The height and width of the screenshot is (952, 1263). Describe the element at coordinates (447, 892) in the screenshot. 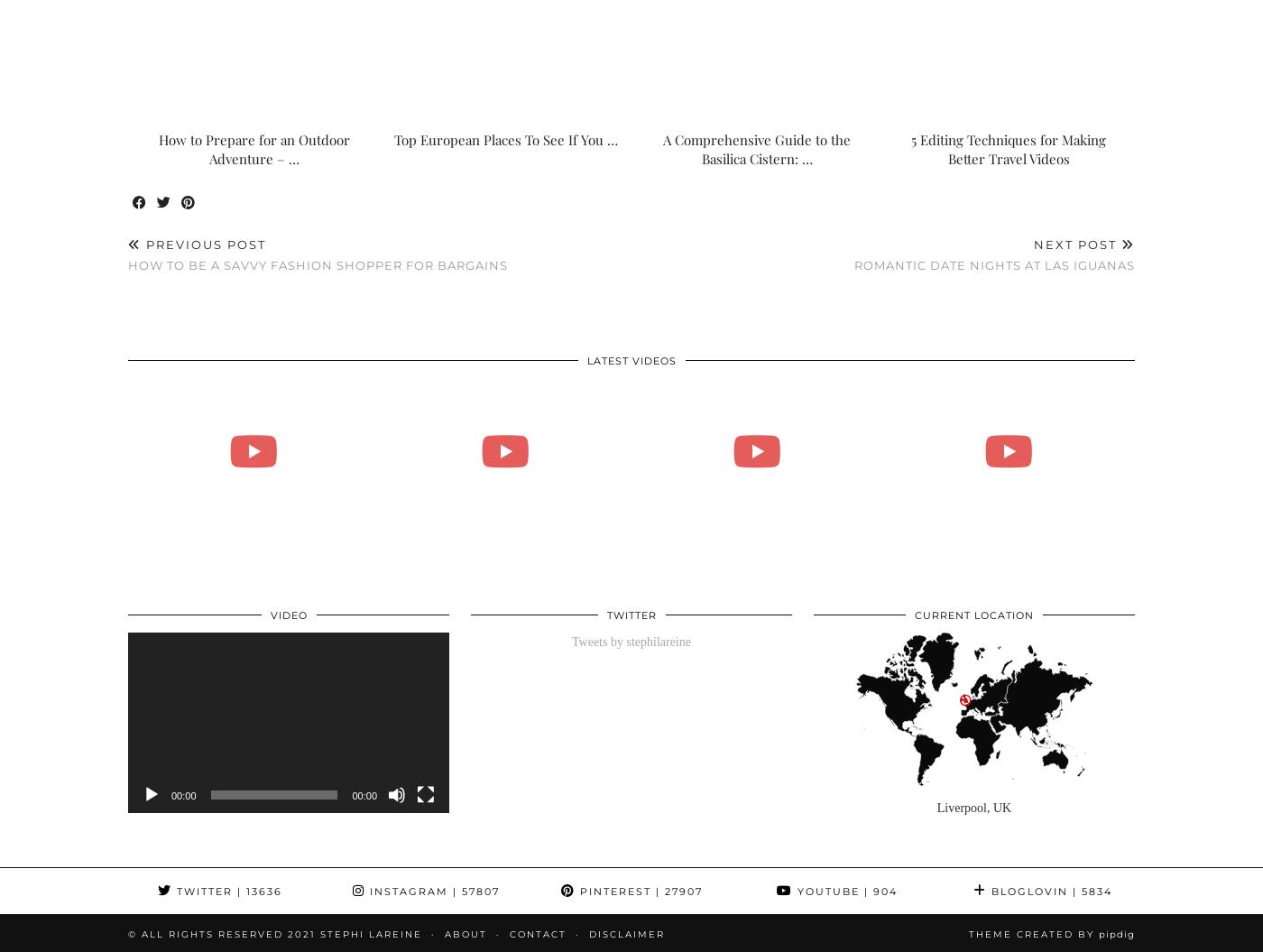

I see `'| 57807'` at that location.